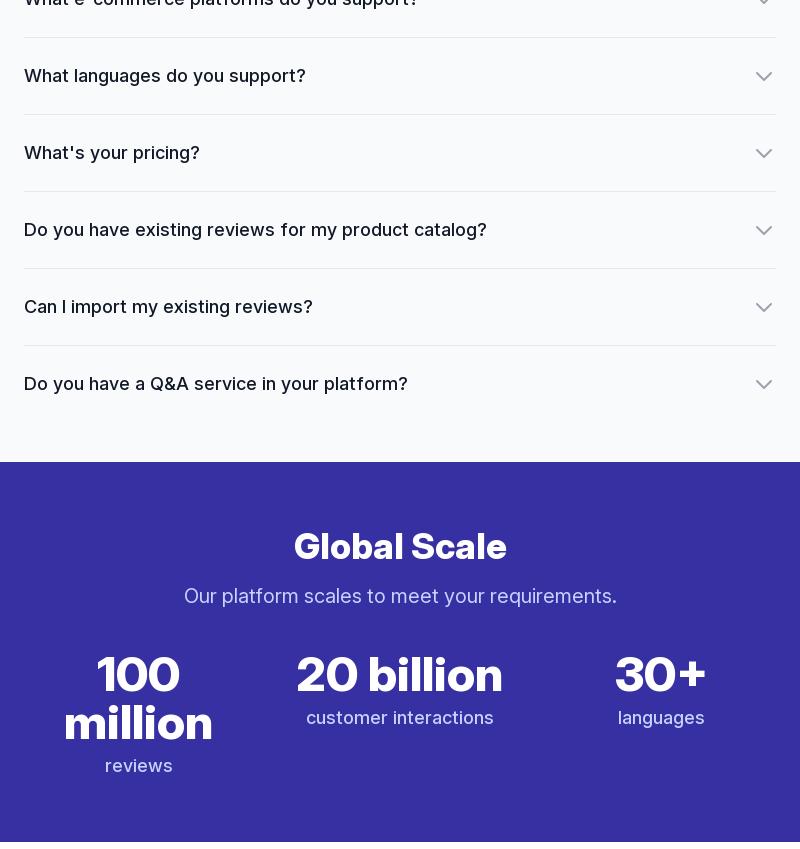 This screenshot has width=800, height=849. What do you see at coordinates (138, 764) in the screenshot?
I see `'reviews'` at bounding box center [138, 764].